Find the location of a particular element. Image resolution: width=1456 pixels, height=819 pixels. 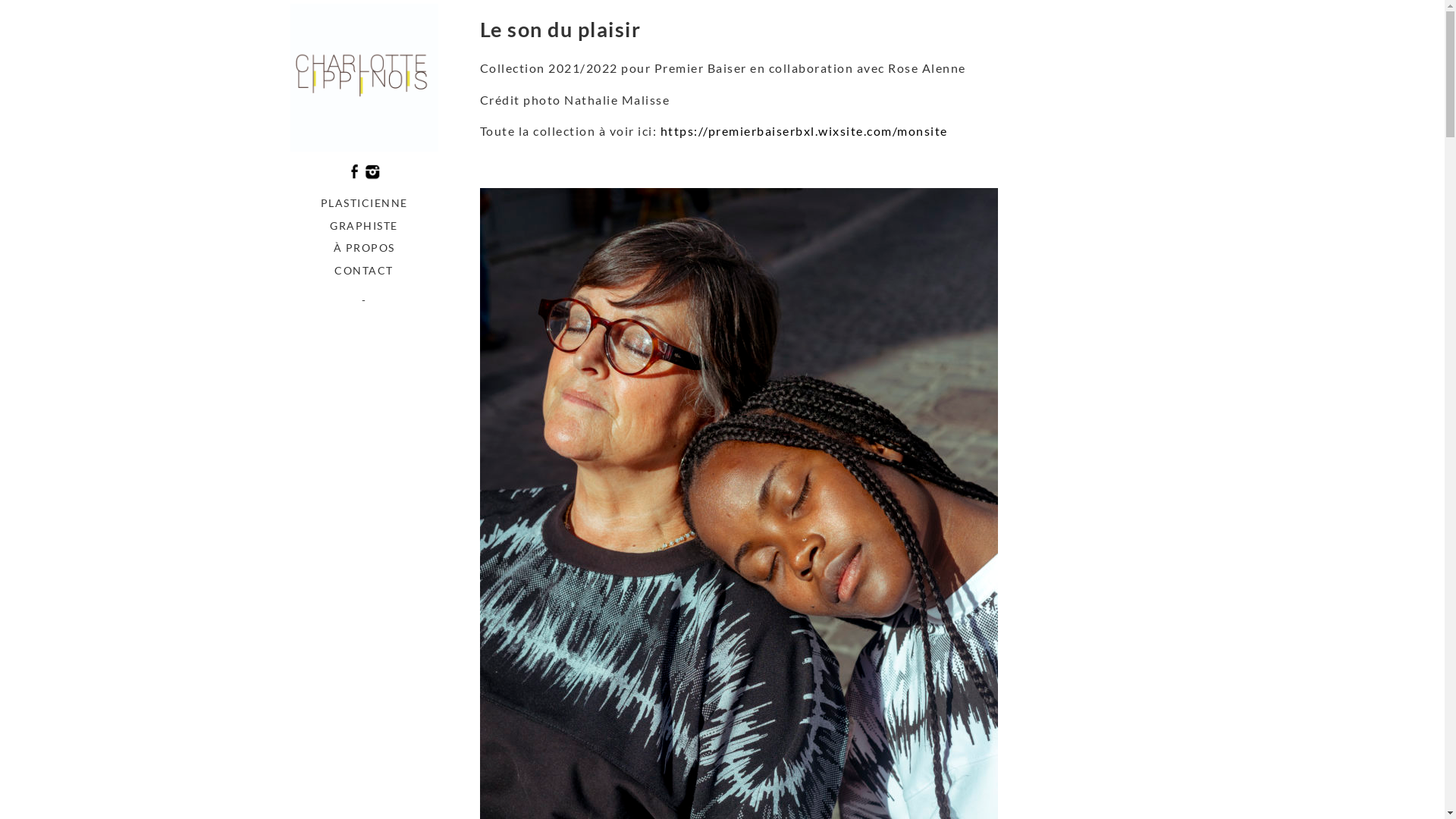

'CONTACT' is located at coordinates (362, 270).